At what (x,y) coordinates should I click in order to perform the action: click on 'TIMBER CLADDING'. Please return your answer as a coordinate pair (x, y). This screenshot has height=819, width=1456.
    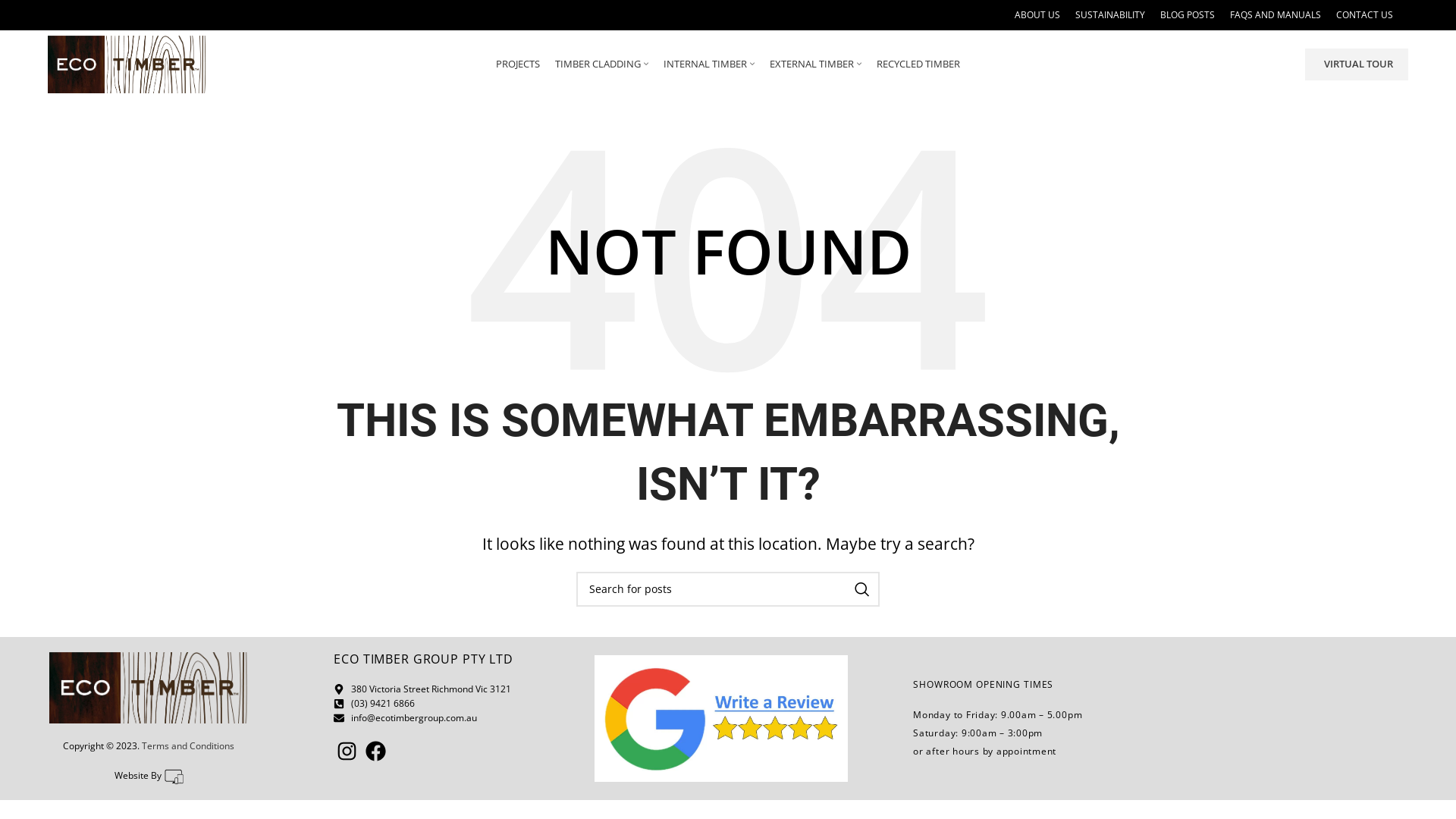
    Looking at the image, I should click on (601, 63).